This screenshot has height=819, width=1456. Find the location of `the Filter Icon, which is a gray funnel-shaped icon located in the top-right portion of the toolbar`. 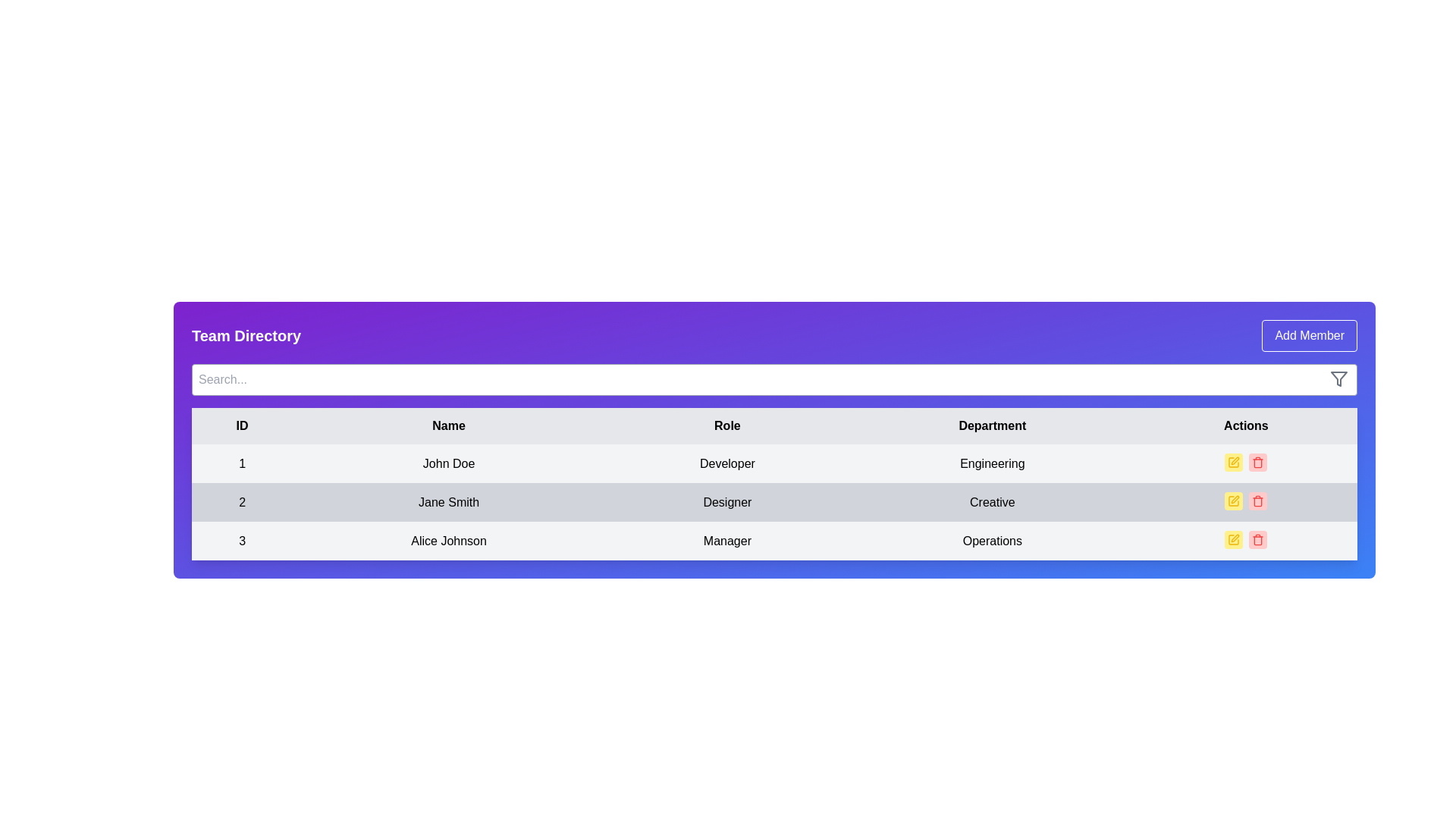

the Filter Icon, which is a gray funnel-shaped icon located in the top-right portion of the toolbar is located at coordinates (1339, 378).